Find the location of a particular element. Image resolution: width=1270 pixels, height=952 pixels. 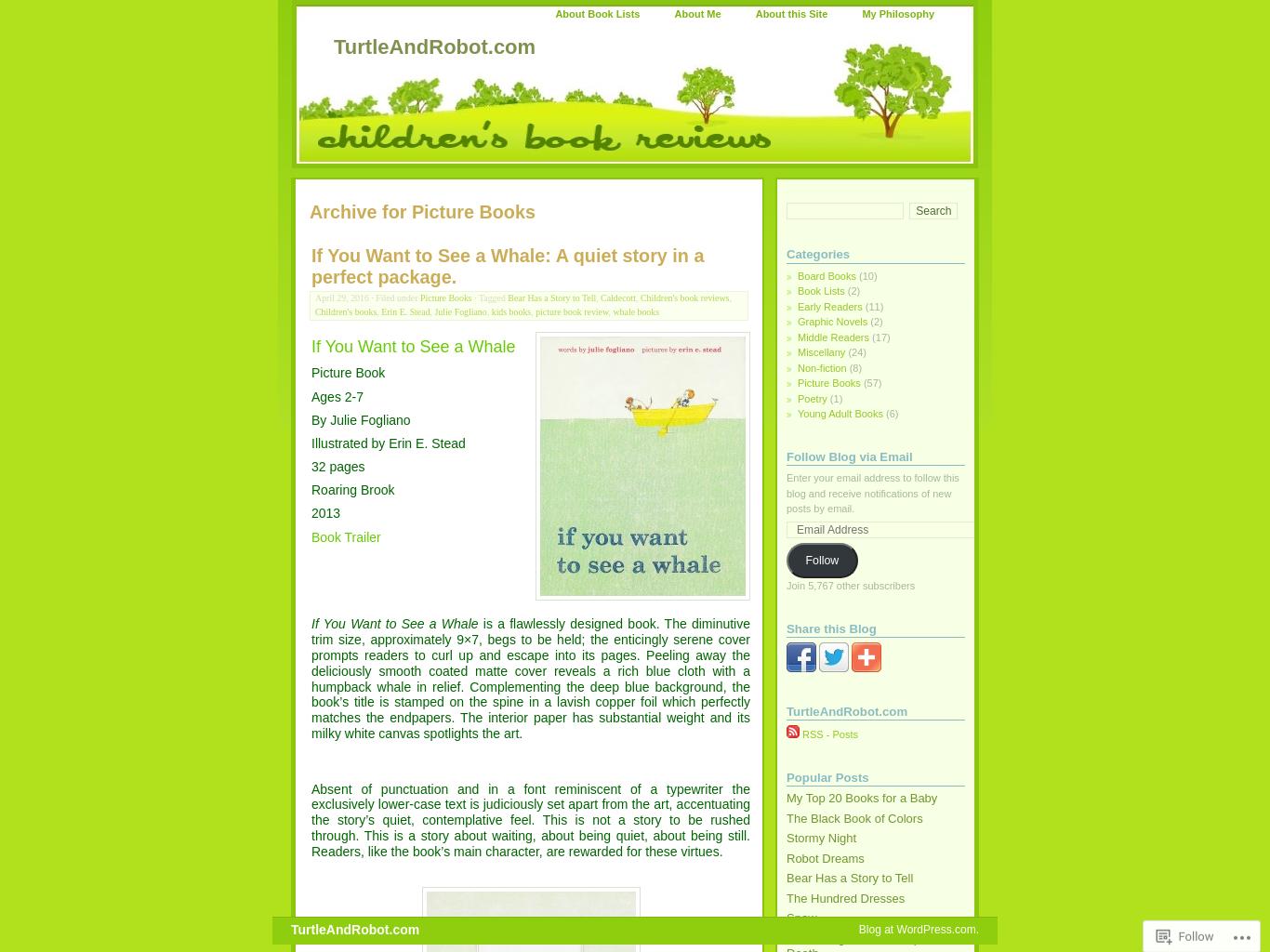

'RSS - Posts' is located at coordinates (828, 734).